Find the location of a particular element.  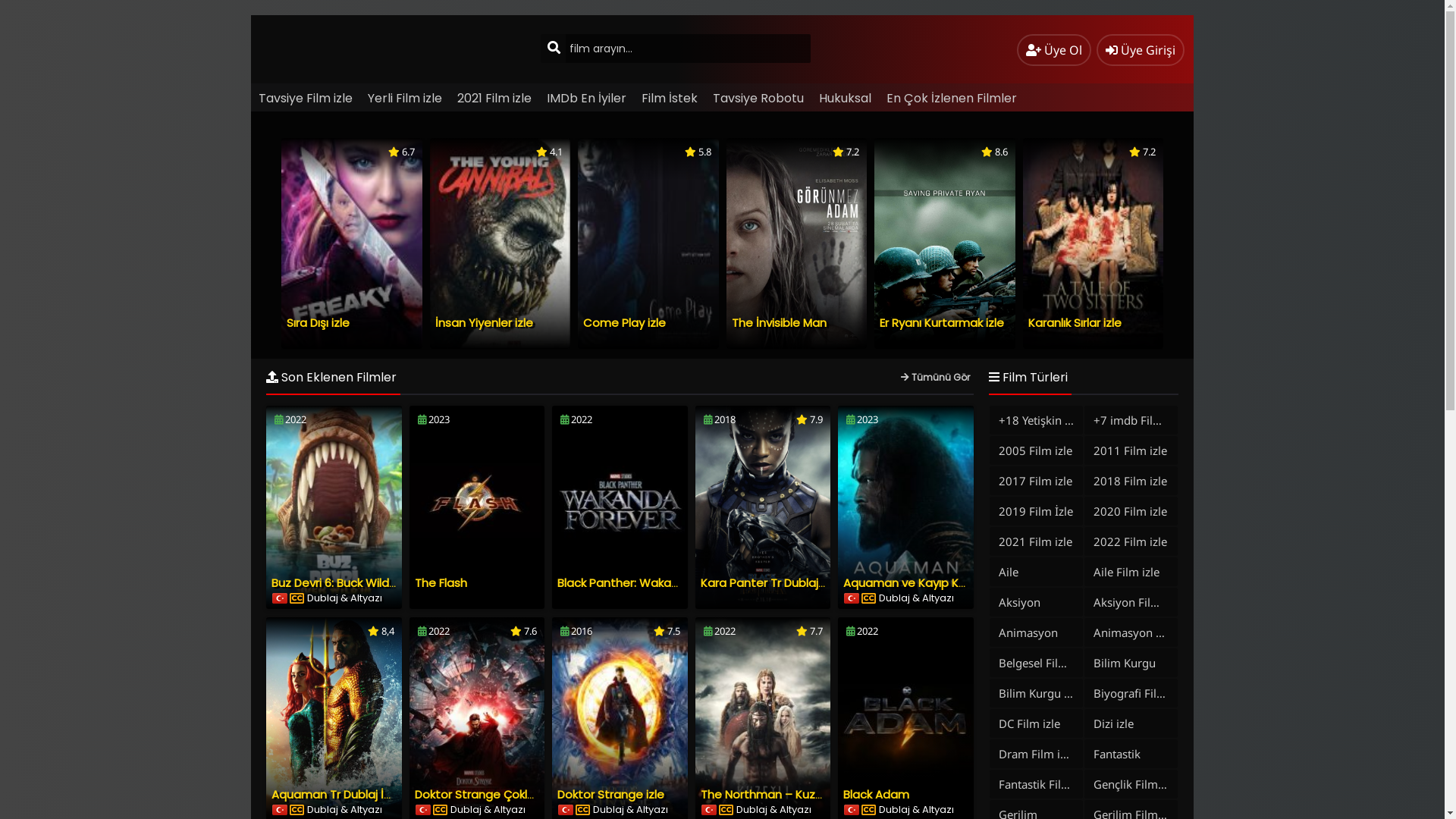

'2011 Film izle' is located at coordinates (1131, 450).